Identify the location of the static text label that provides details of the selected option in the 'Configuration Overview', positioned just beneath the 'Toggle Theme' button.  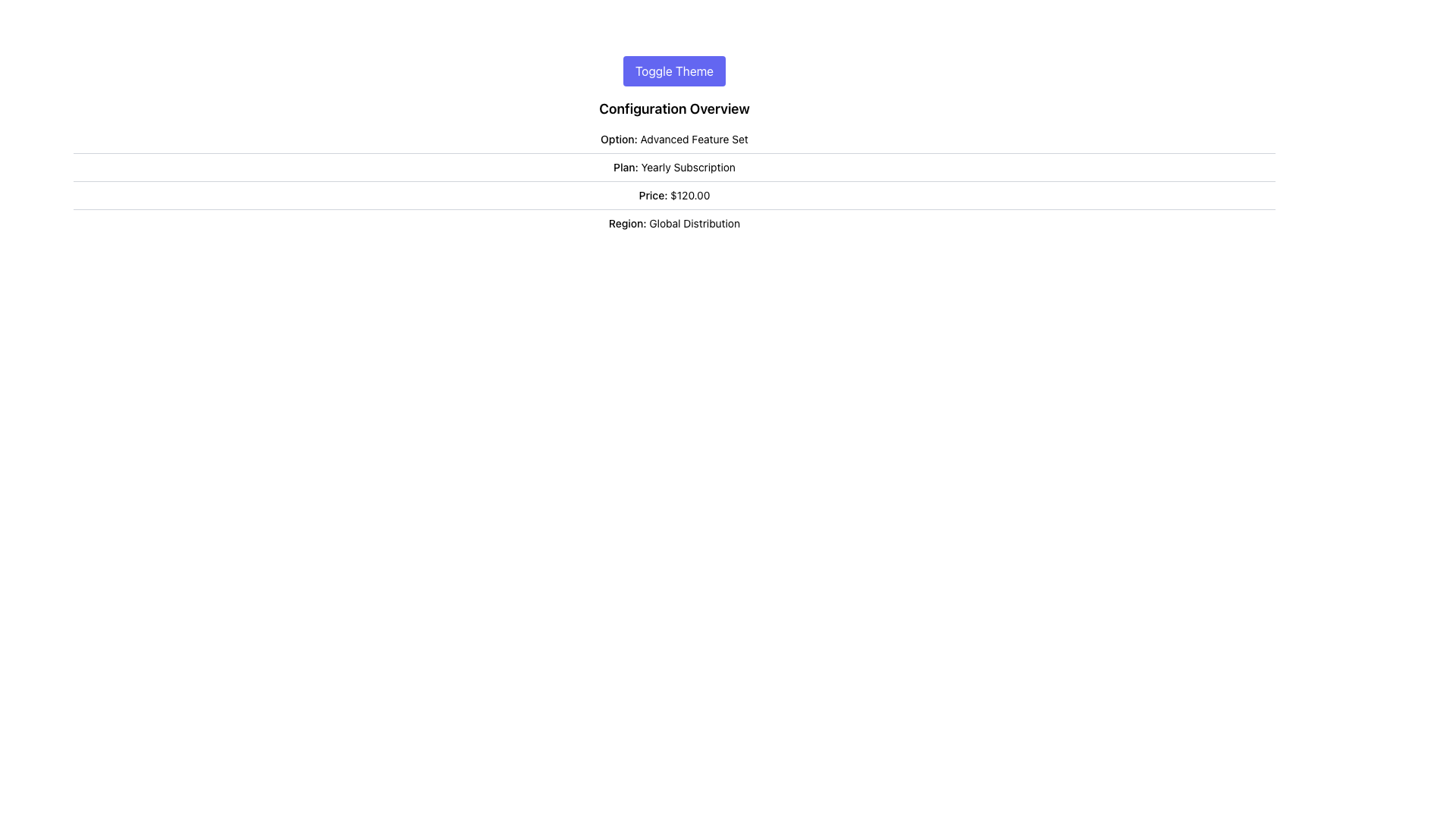
(673, 140).